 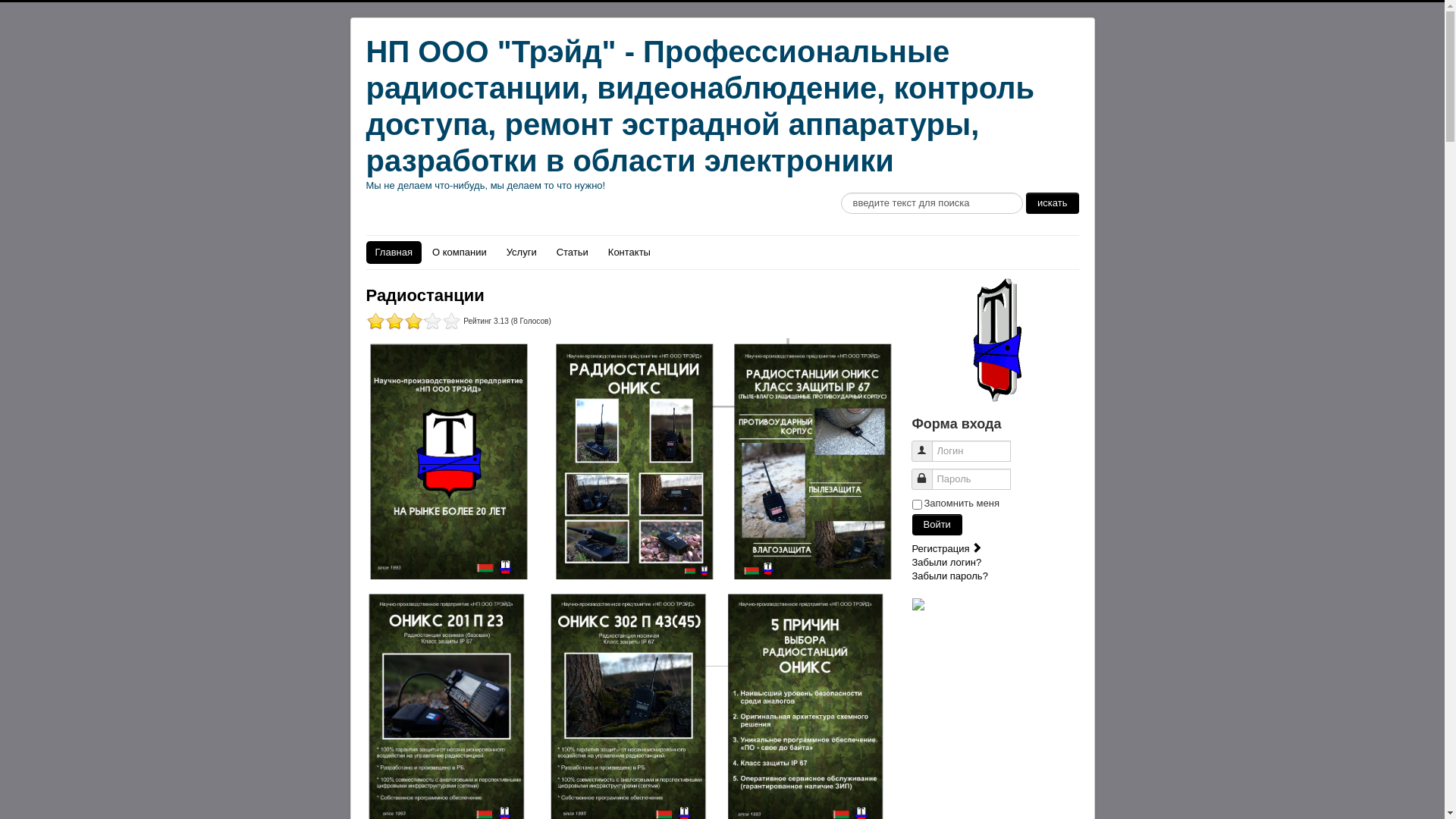 What do you see at coordinates (394, 320) in the screenshot?
I see `'1'` at bounding box center [394, 320].